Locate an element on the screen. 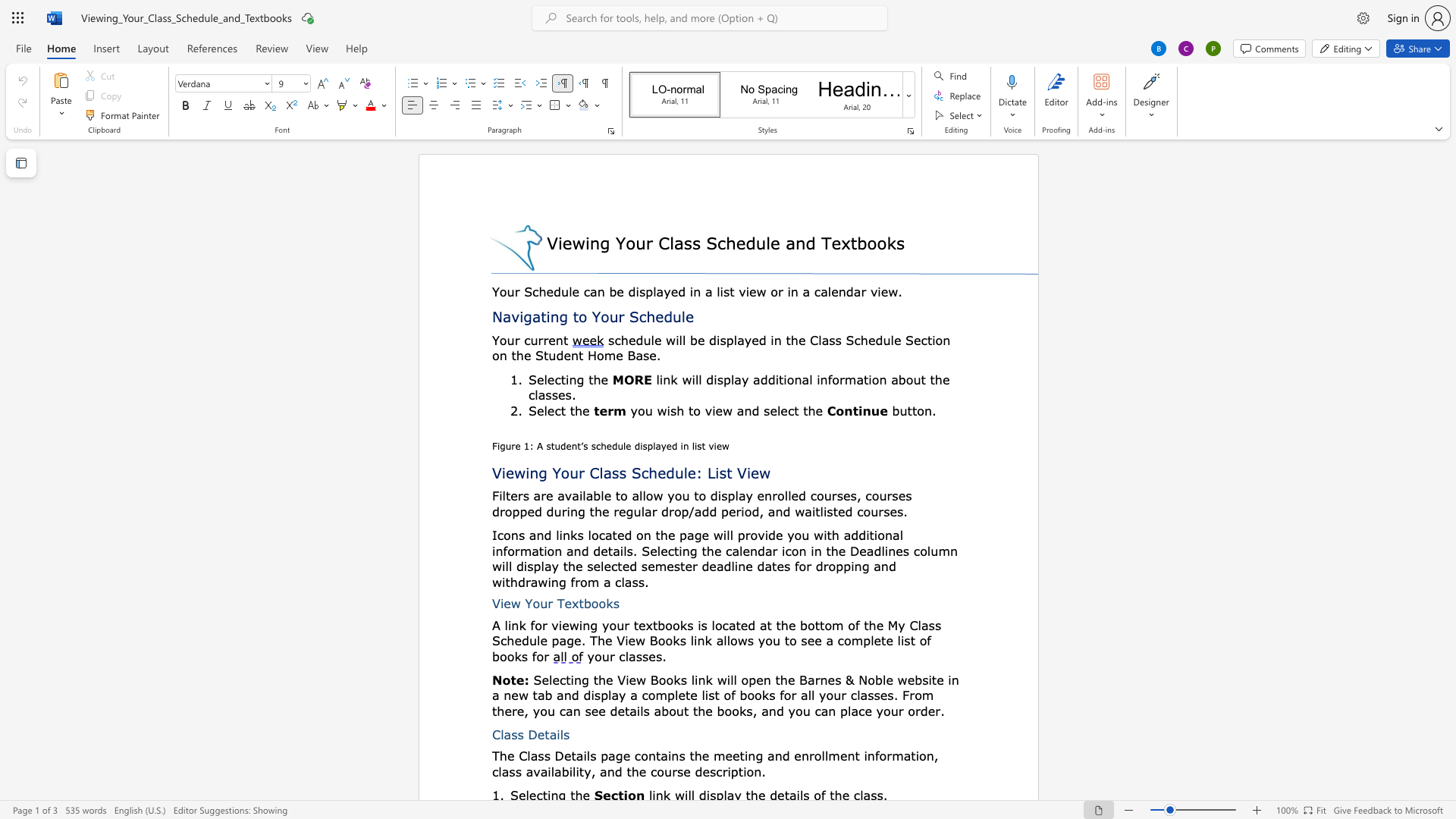 The width and height of the screenshot is (1456, 819). the 2th character "o" in the text is located at coordinates (594, 602).